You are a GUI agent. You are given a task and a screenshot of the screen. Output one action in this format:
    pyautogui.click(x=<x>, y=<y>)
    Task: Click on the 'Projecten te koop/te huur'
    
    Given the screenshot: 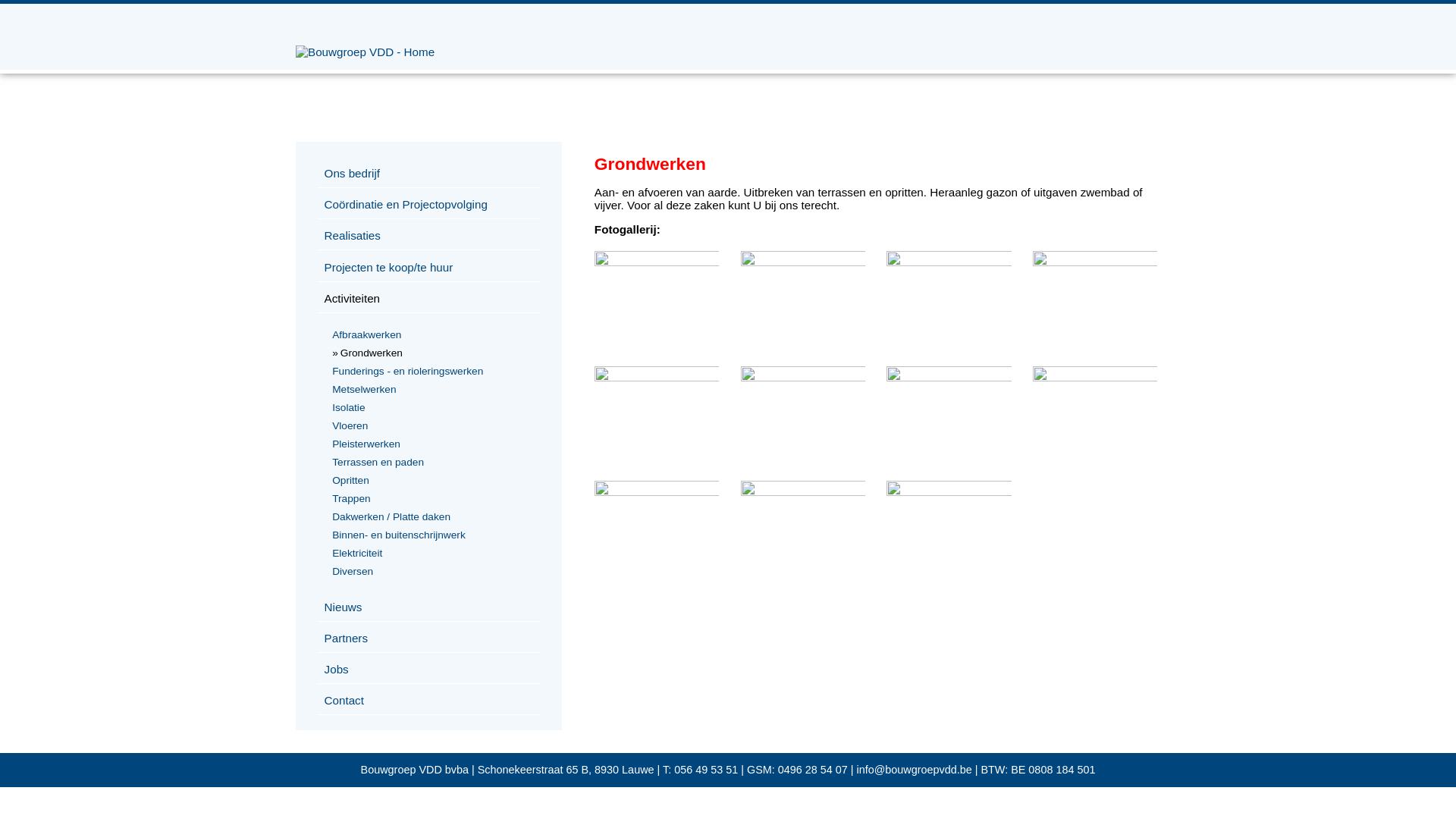 What is the action you would take?
    pyautogui.click(x=315, y=267)
    